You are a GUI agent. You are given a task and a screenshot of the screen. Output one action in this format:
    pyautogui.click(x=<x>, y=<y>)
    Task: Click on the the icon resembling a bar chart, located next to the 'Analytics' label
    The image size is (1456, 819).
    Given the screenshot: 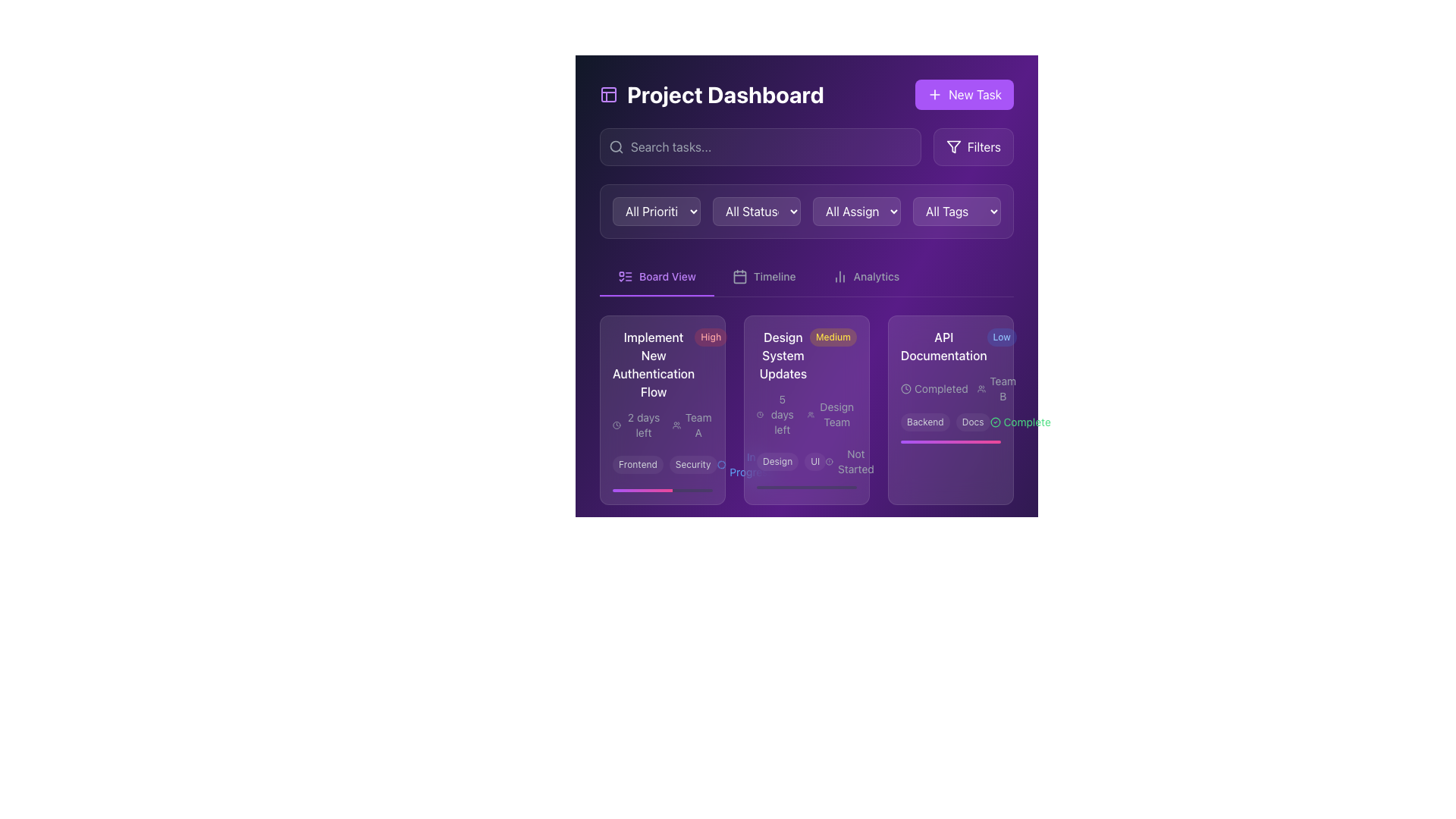 What is the action you would take?
    pyautogui.click(x=839, y=277)
    